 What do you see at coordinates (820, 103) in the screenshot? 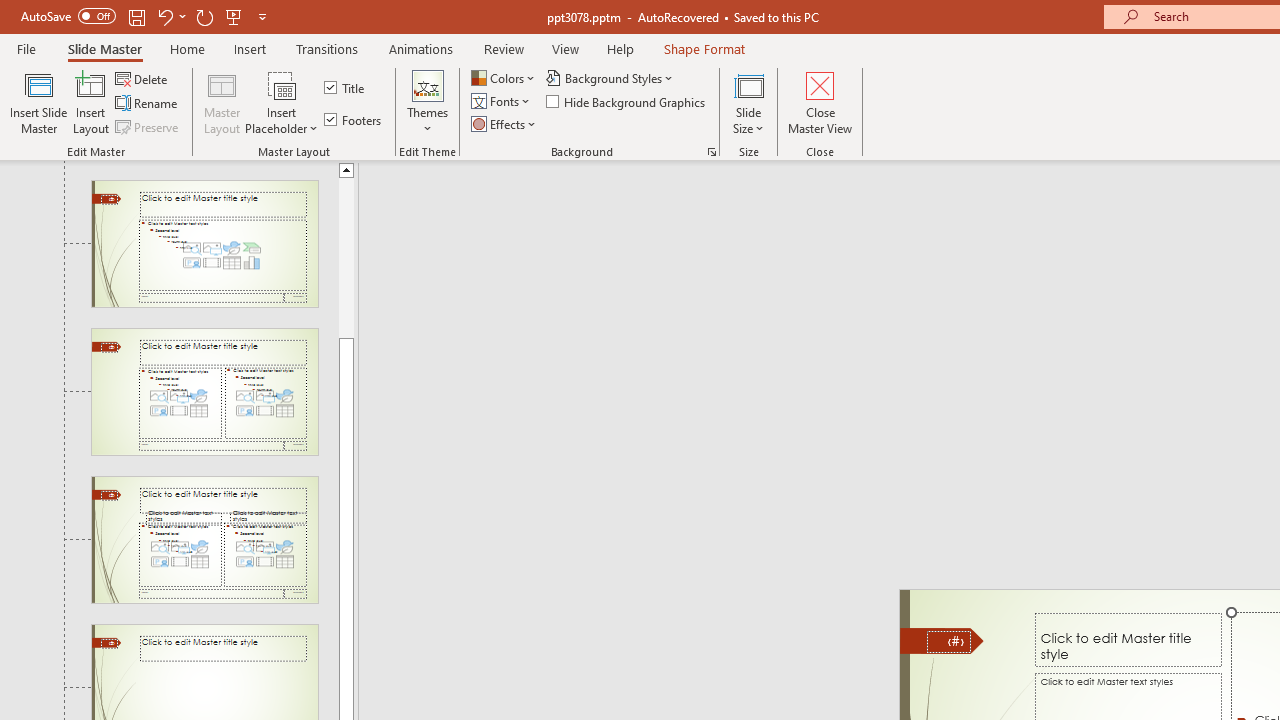
I see `'Close Master View'` at bounding box center [820, 103].